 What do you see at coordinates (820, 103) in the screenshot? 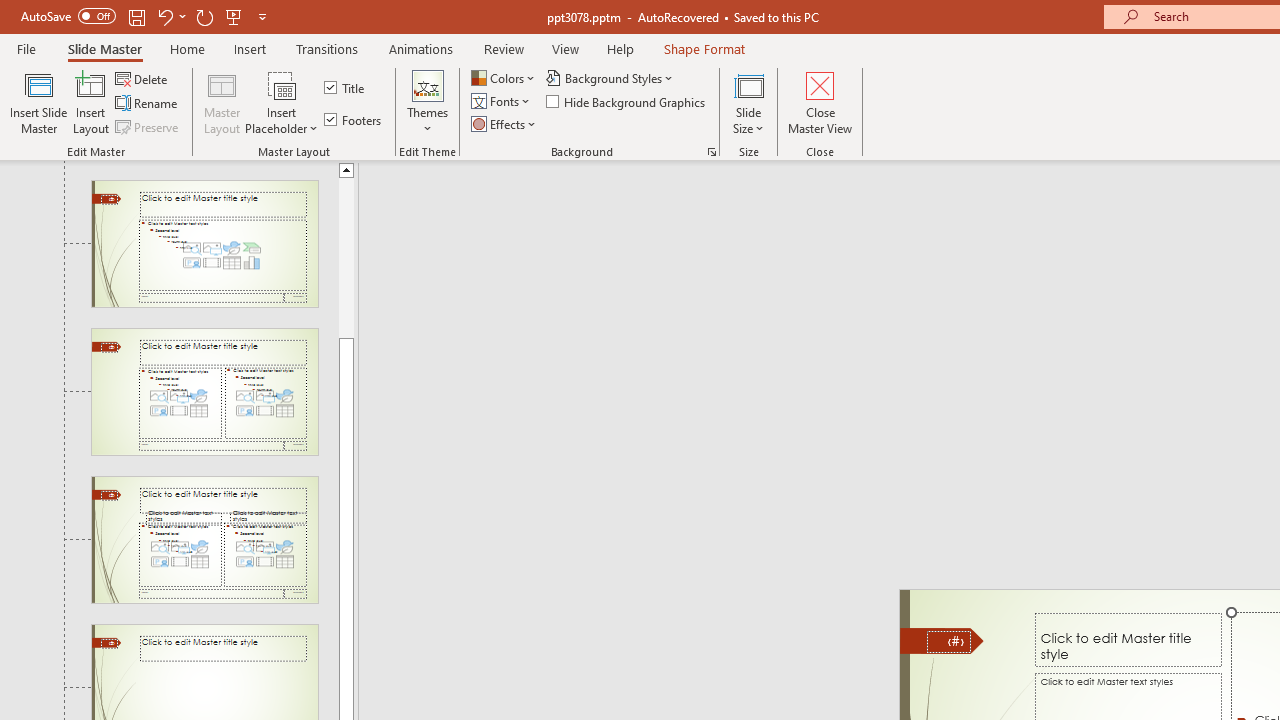
I see `'Close Master View'` at bounding box center [820, 103].